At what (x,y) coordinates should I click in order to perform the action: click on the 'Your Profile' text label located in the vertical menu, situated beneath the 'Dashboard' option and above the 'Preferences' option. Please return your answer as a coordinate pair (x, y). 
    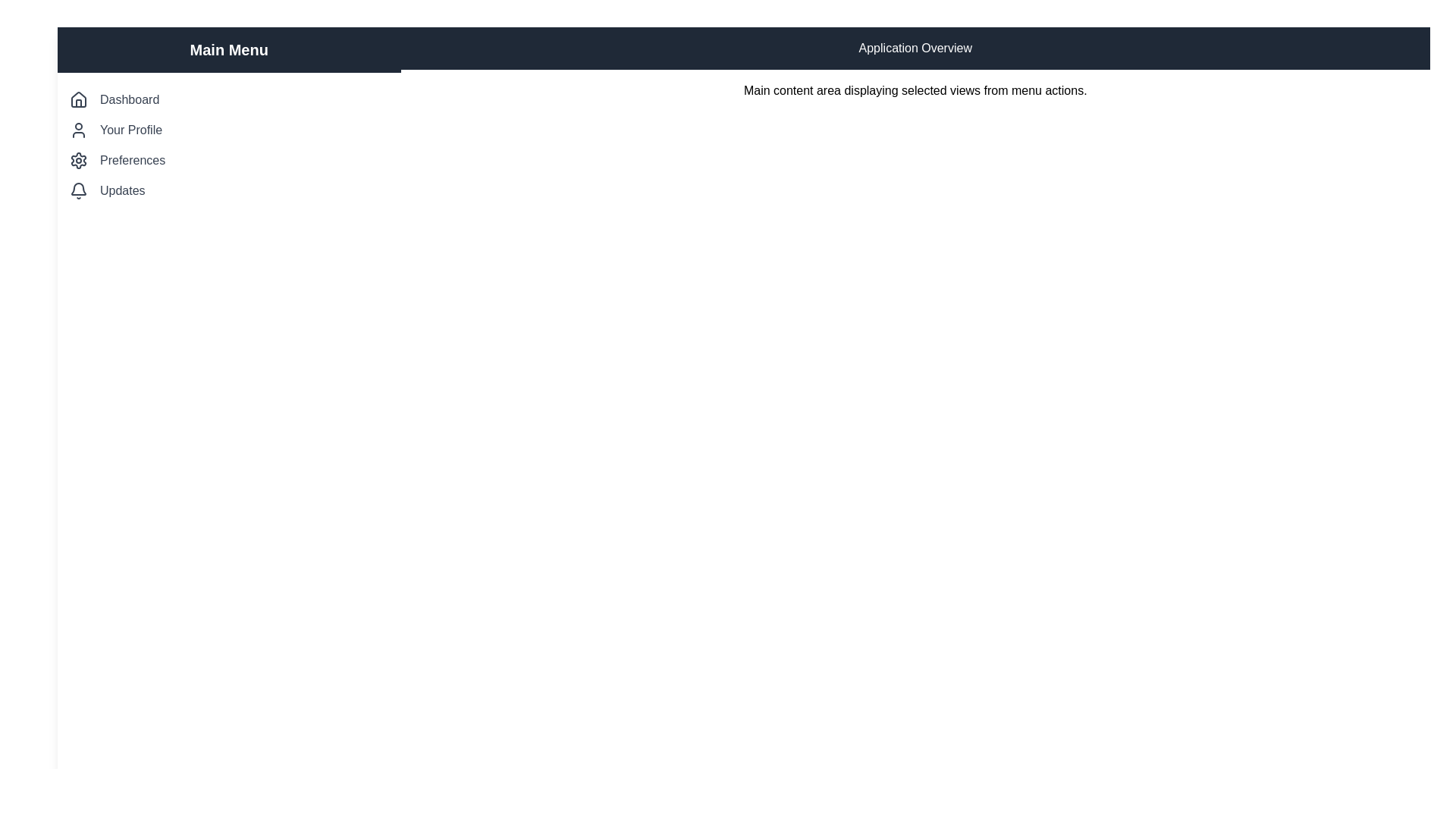
    Looking at the image, I should click on (130, 130).